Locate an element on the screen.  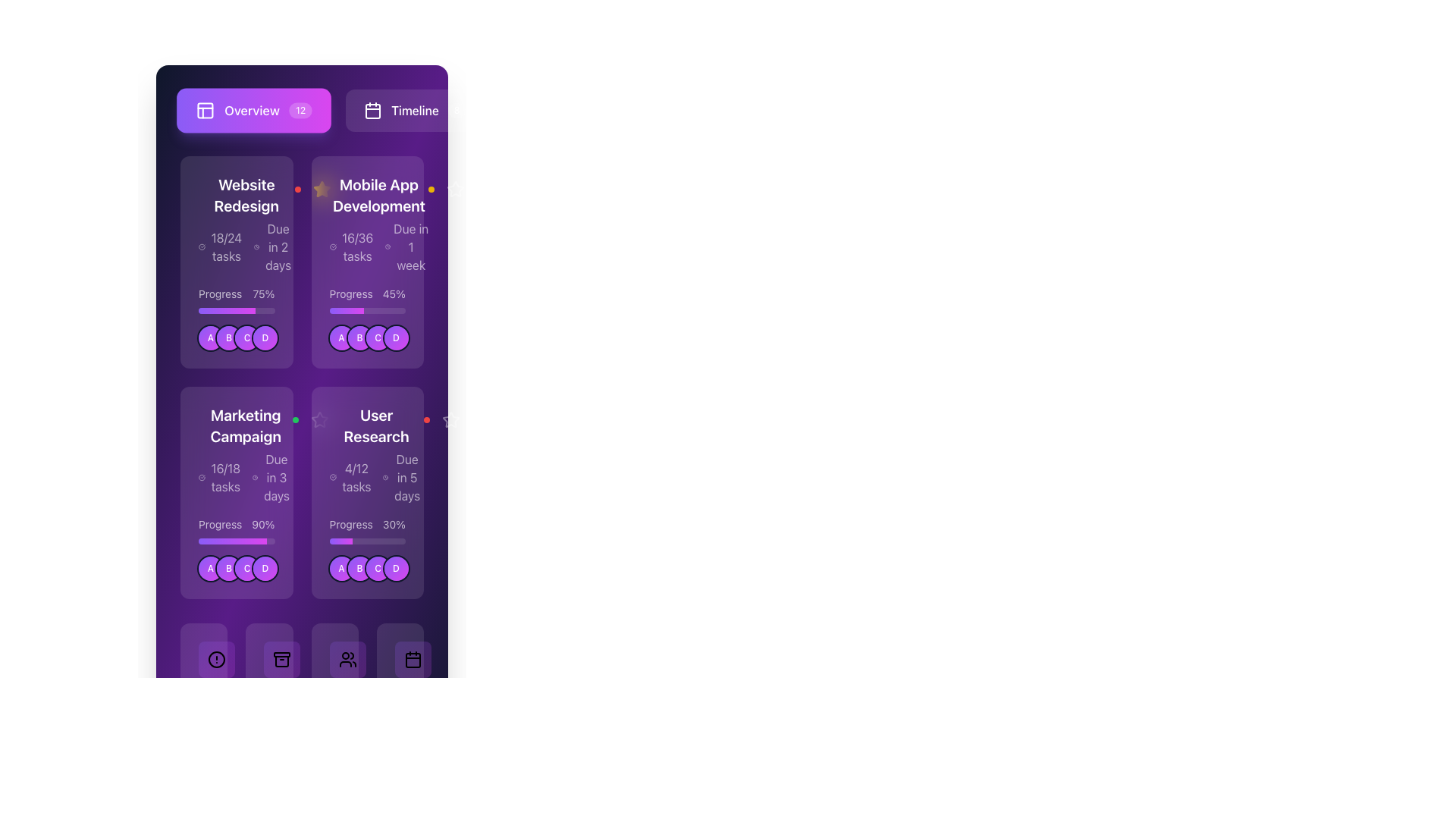
the clock icon with a circular outline and central hands, located to the left of the 'Due in 2 days' text within the 'Website Redesign' card is located at coordinates (256, 246).